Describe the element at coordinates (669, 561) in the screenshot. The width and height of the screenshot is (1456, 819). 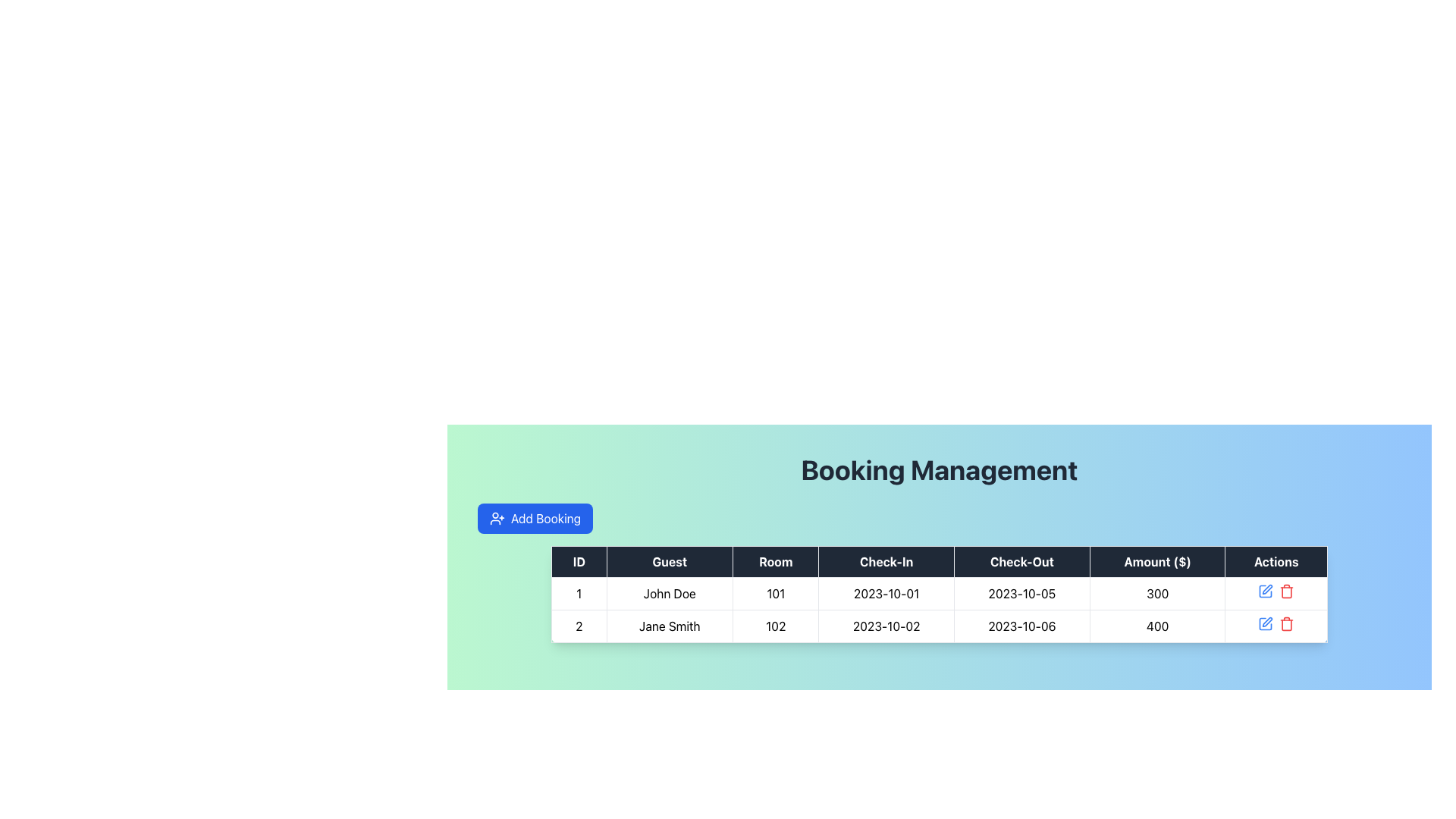
I see `the table header cell labeled 'Guest', which is the second column header with a dark background and white text` at that location.